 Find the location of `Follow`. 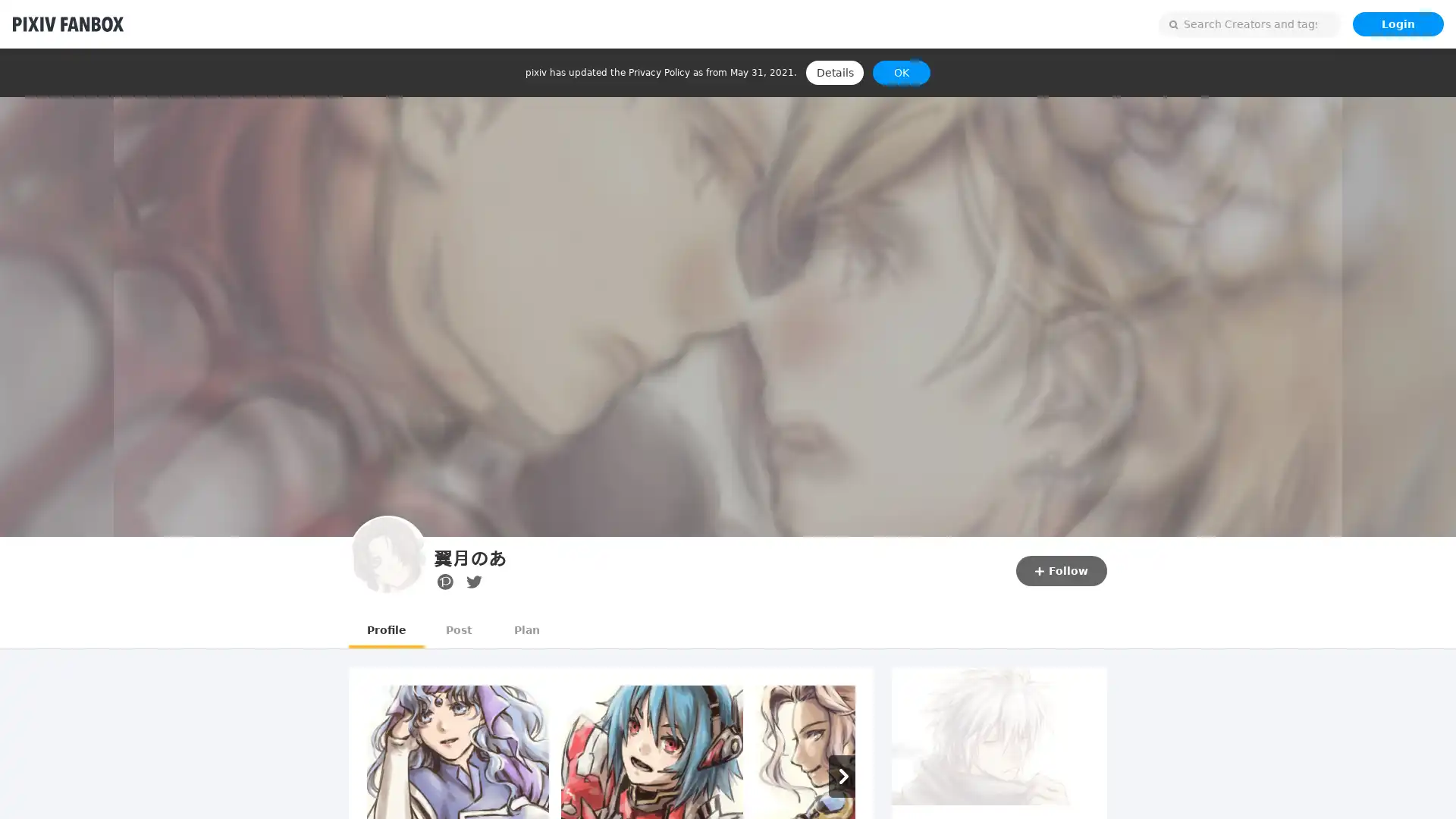

Follow is located at coordinates (1061, 570).